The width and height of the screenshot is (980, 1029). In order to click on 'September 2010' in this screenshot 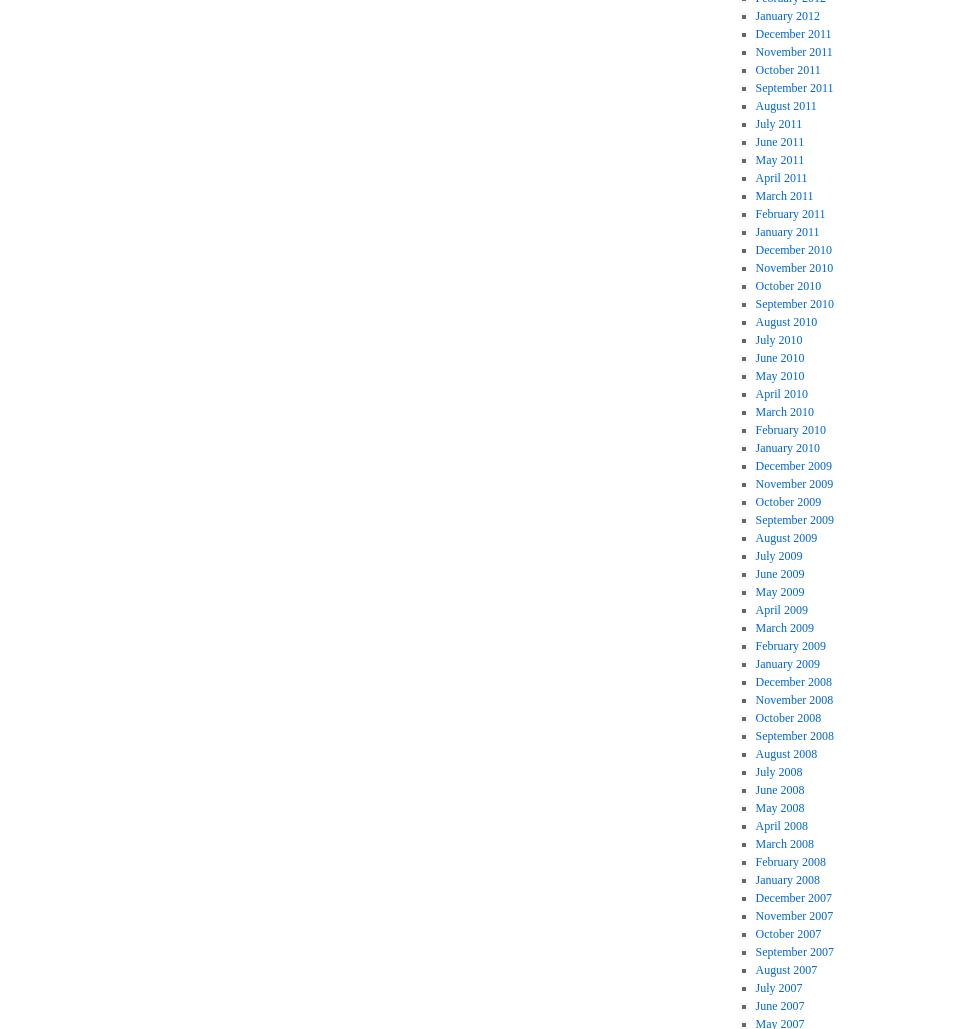, I will do `click(754, 303)`.